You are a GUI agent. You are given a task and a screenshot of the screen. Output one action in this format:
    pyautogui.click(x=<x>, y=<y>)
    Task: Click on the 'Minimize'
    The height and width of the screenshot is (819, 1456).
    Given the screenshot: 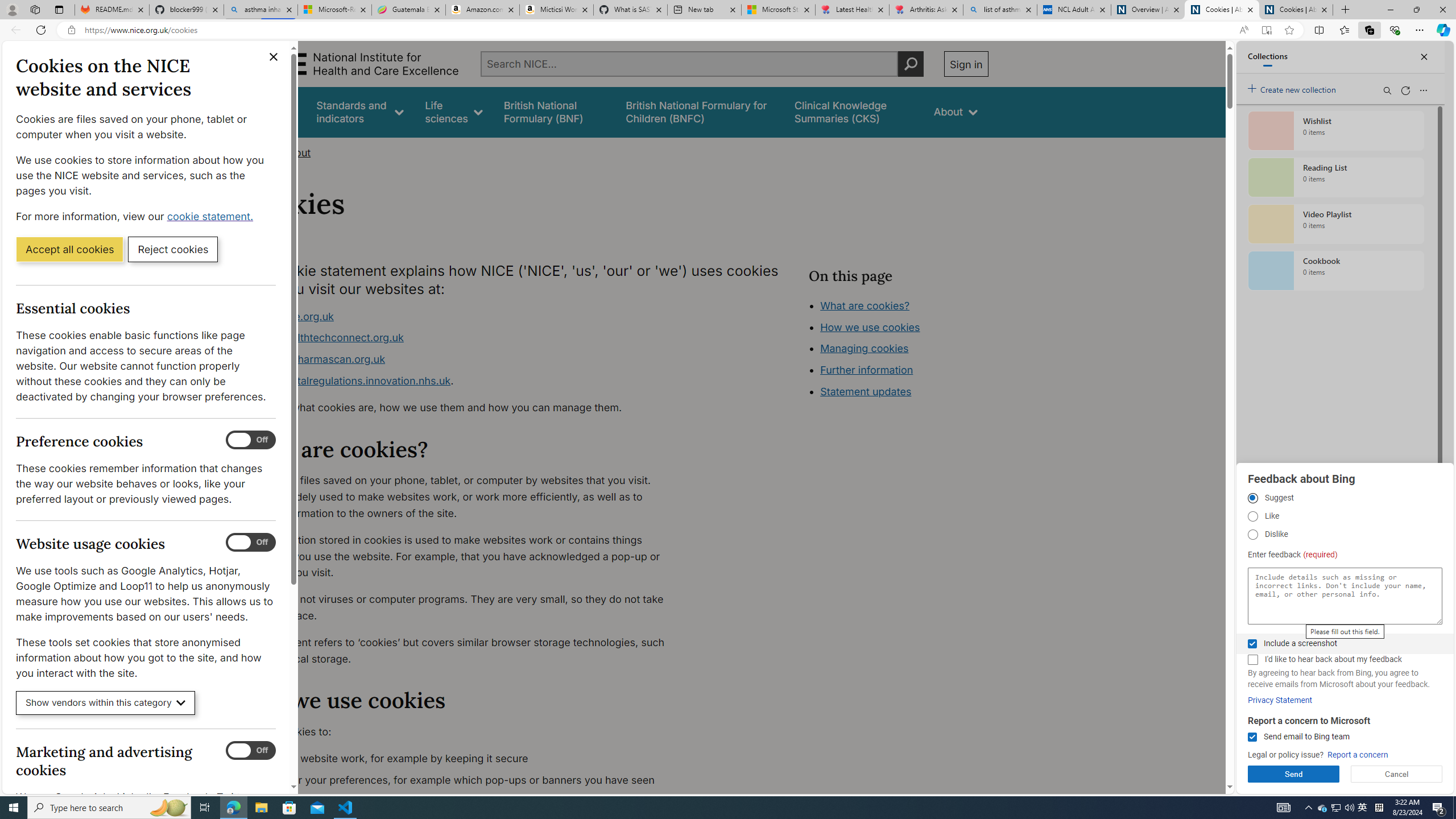 What is the action you would take?
    pyautogui.click(x=1389, y=9)
    